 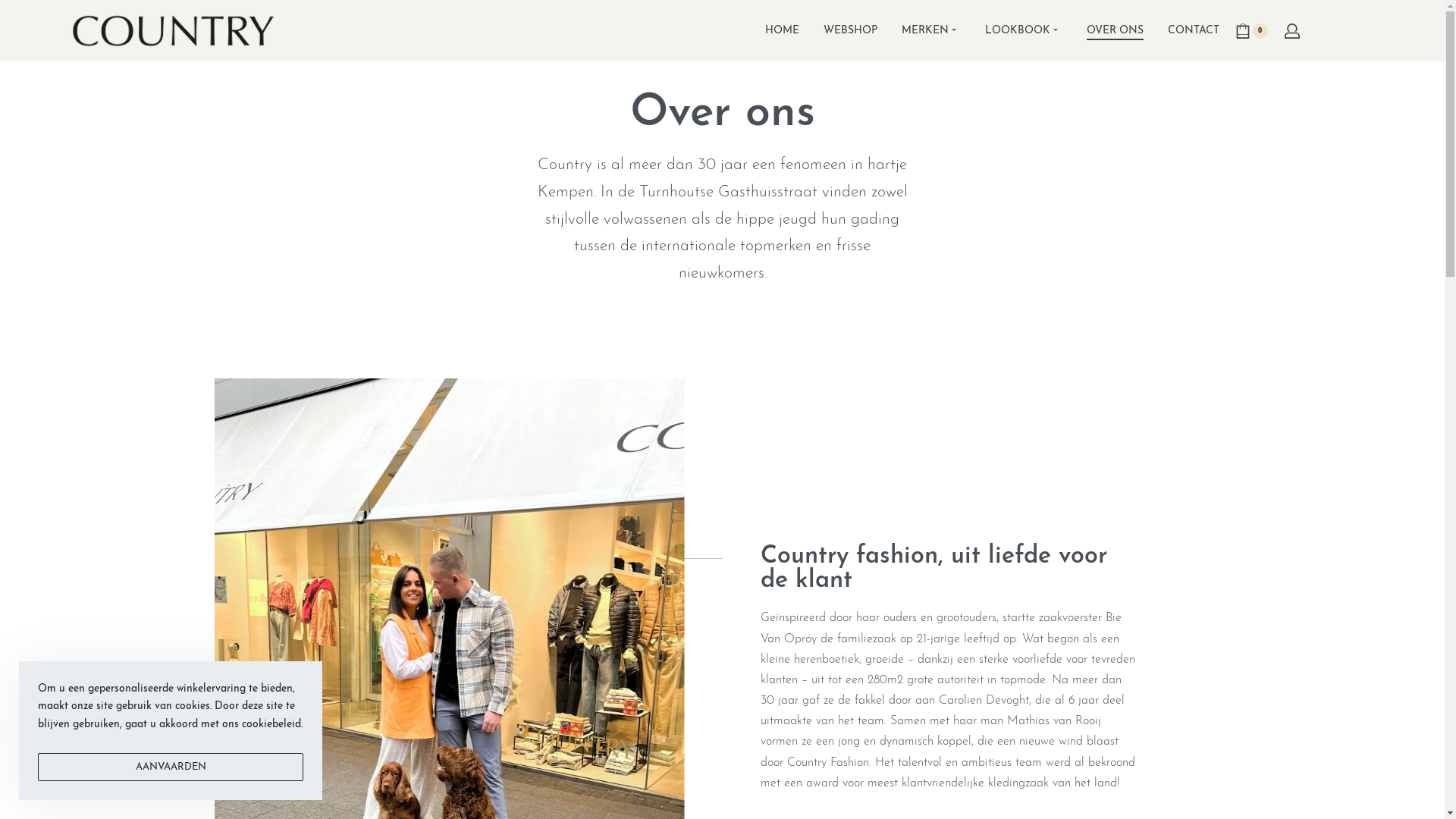 What do you see at coordinates (1251, 31) in the screenshot?
I see `'0'` at bounding box center [1251, 31].